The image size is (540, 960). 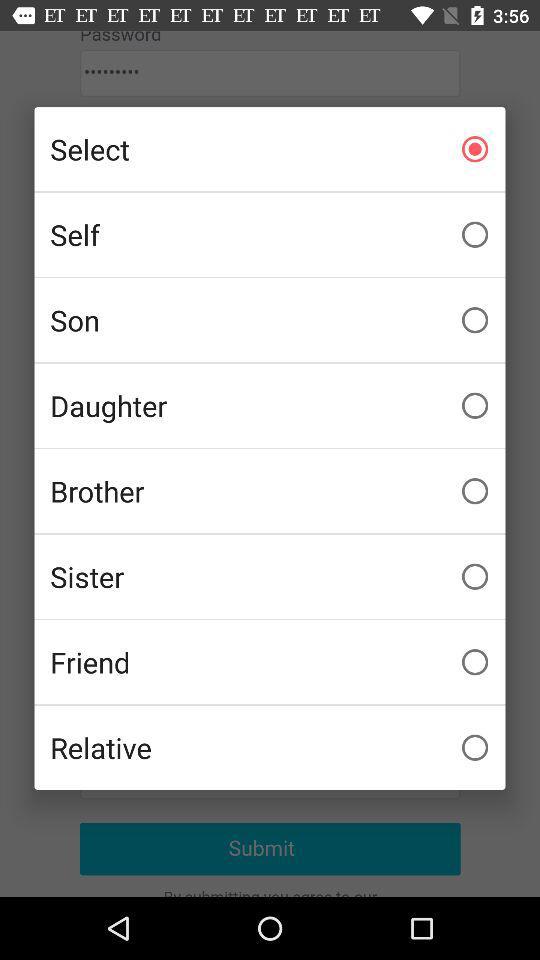 I want to click on the brother icon, so click(x=270, y=490).